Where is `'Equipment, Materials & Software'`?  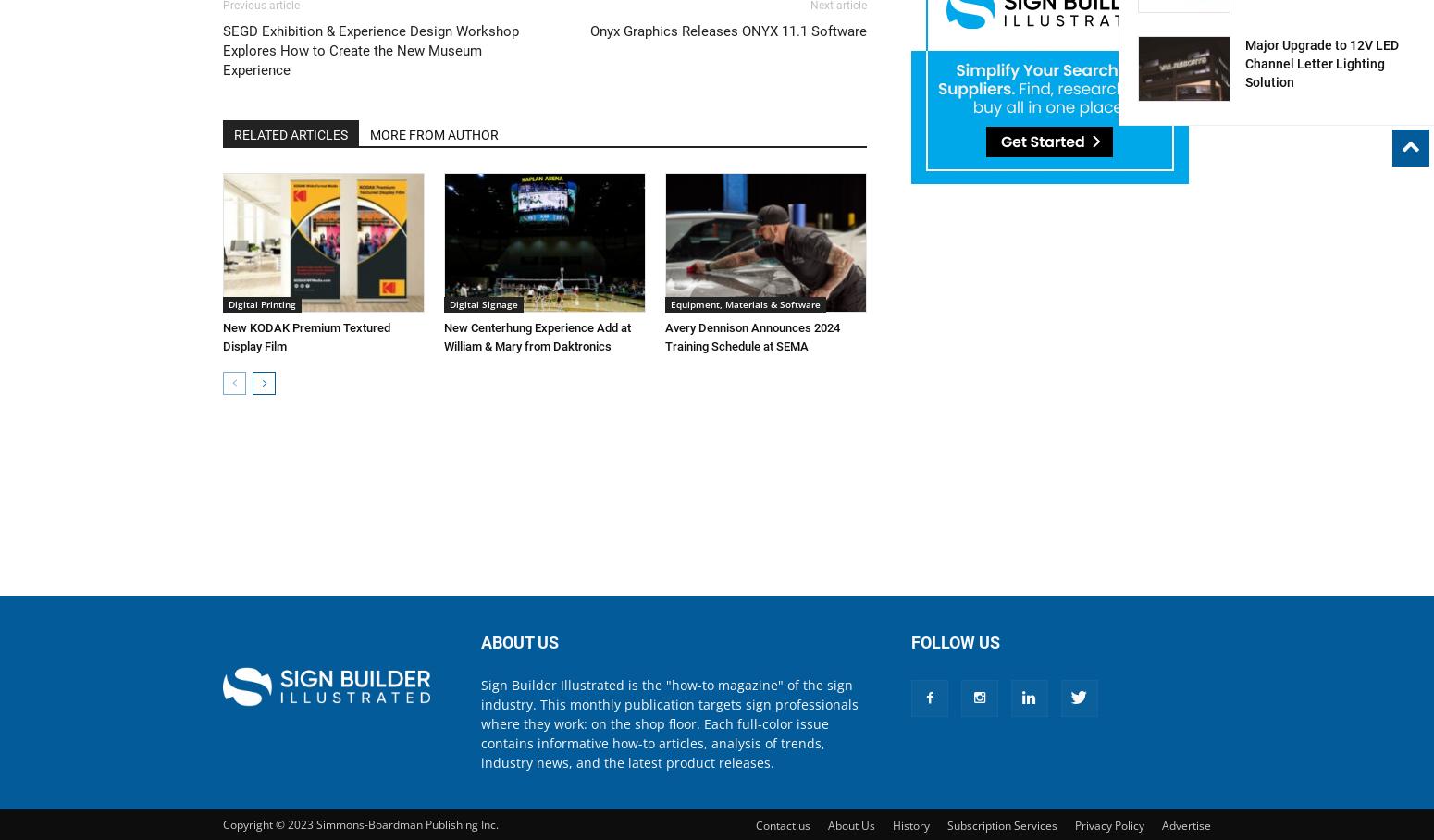
'Equipment, Materials & Software' is located at coordinates (670, 302).